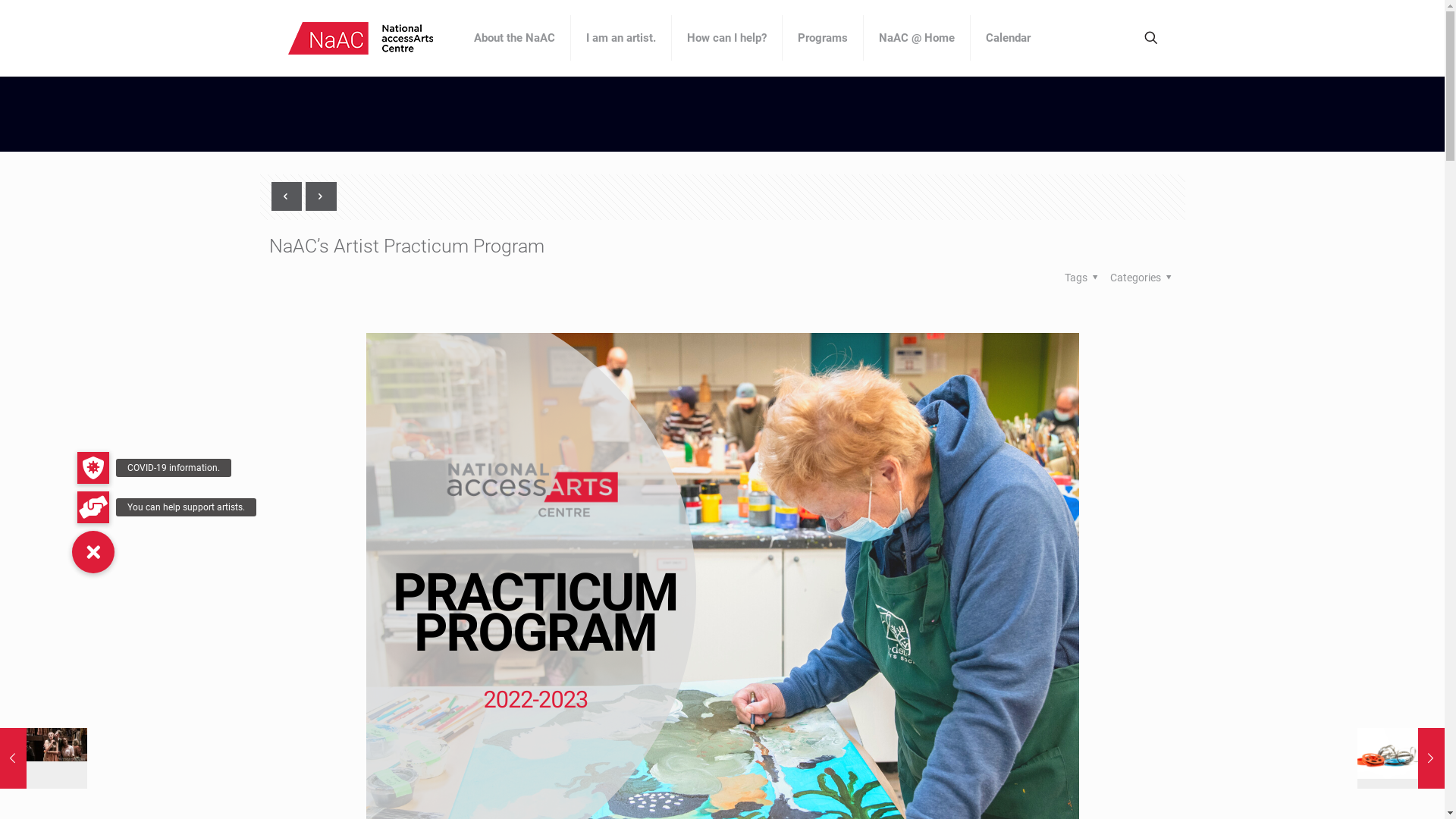 This screenshot has width=1456, height=819. Describe the element at coordinates (822, 37) in the screenshot. I see `'Programs'` at that location.